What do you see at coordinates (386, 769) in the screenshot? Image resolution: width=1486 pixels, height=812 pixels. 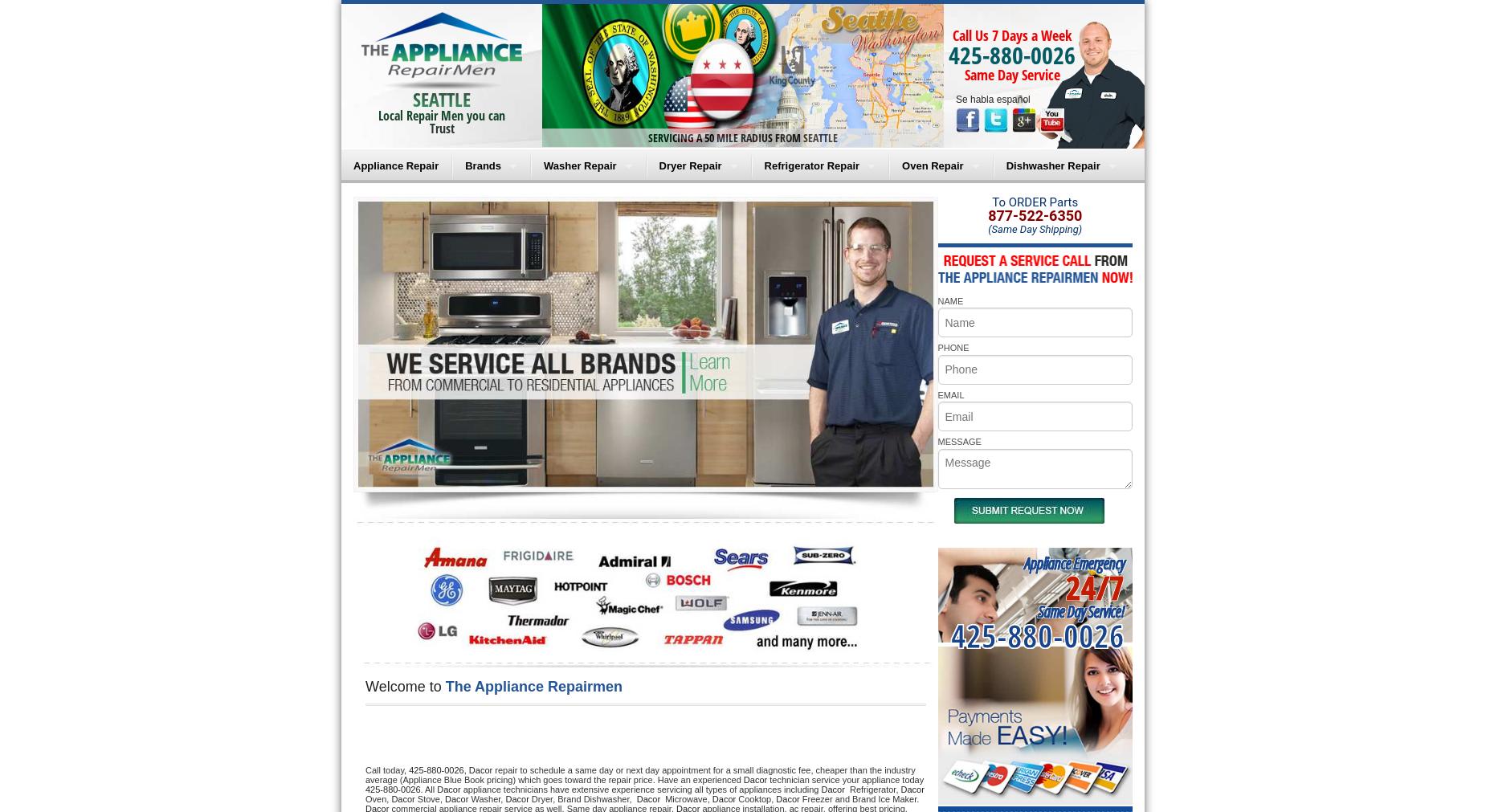 I see `'Call today,'` at bounding box center [386, 769].